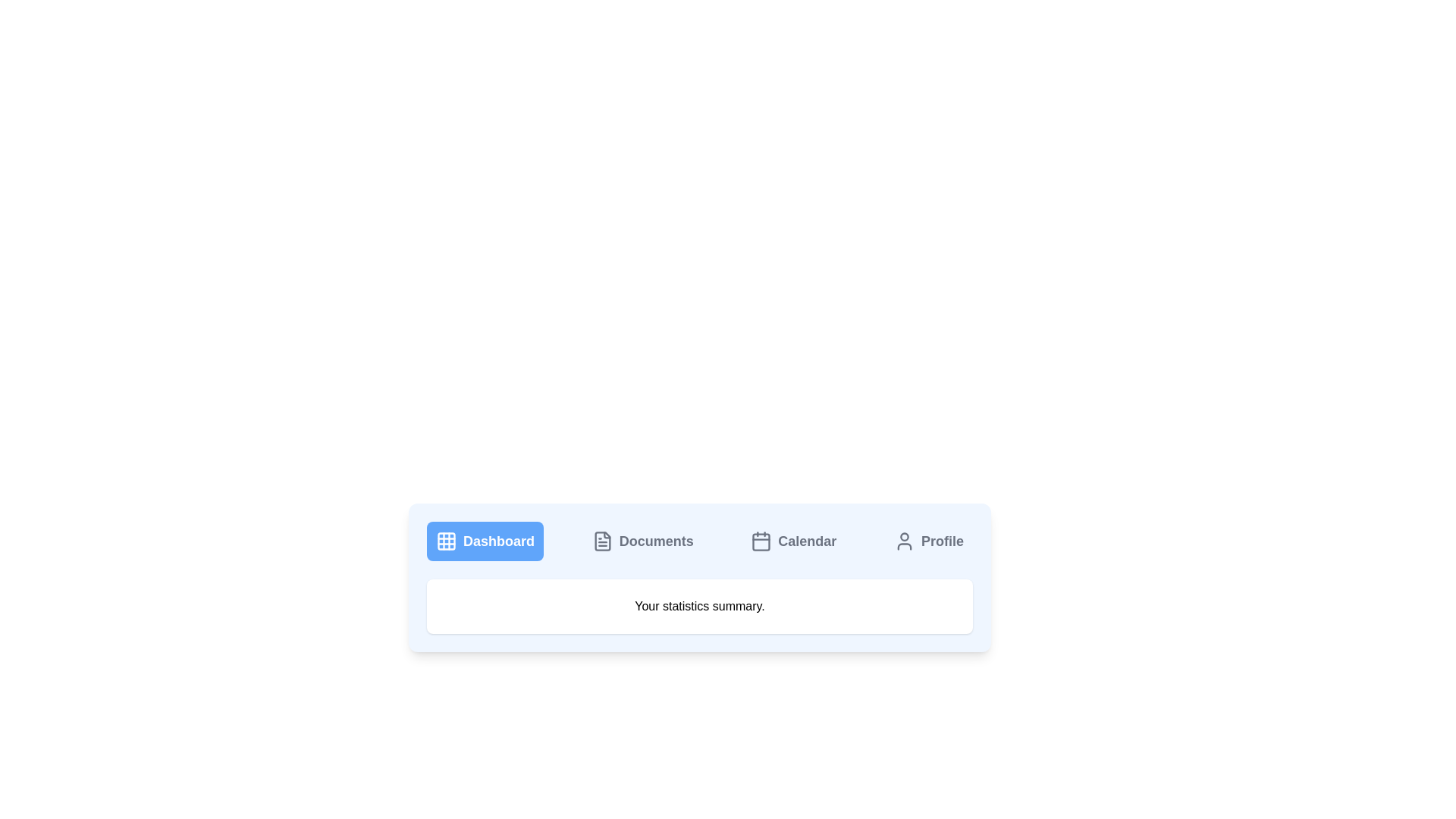 The image size is (1456, 819). Describe the element at coordinates (601, 540) in the screenshot. I see `the icon that symbolizes a link to the 'Documents' section, located second from the left in the navigation menu` at that location.